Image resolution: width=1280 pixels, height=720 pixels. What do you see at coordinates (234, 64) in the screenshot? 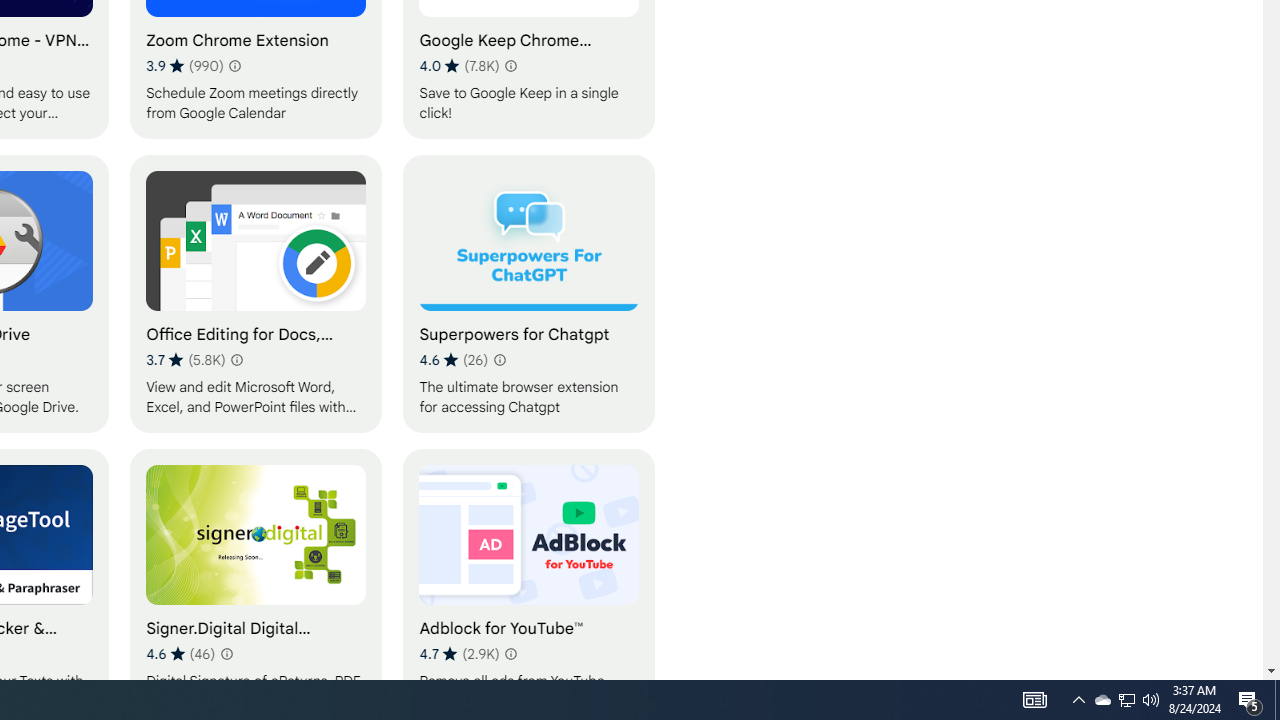
I see `'Learn more about results and reviews "Zoom Chrome Extension"'` at bounding box center [234, 64].